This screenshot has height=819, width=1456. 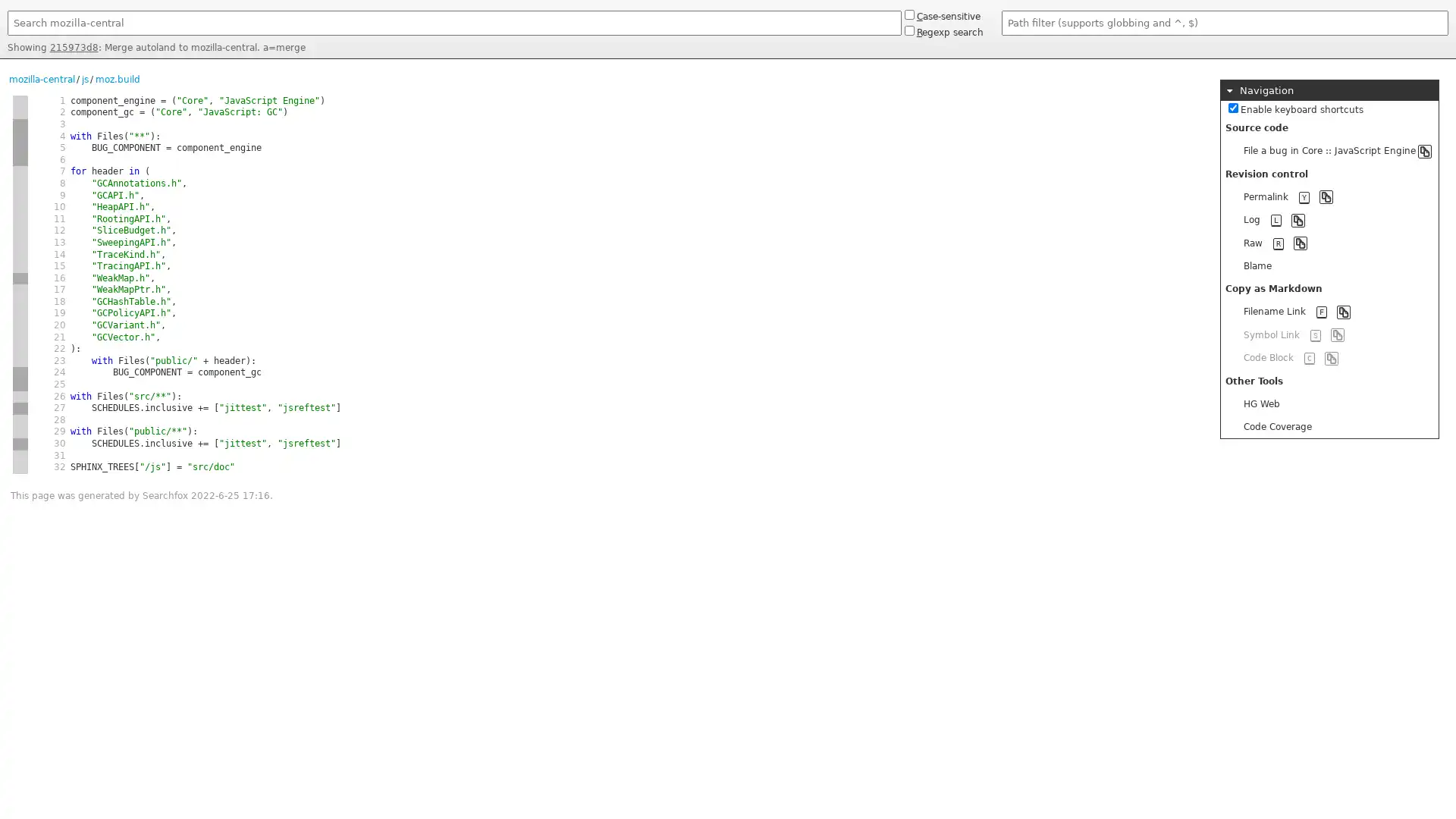 I want to click on new hash 4, so click(x=20, y=420).